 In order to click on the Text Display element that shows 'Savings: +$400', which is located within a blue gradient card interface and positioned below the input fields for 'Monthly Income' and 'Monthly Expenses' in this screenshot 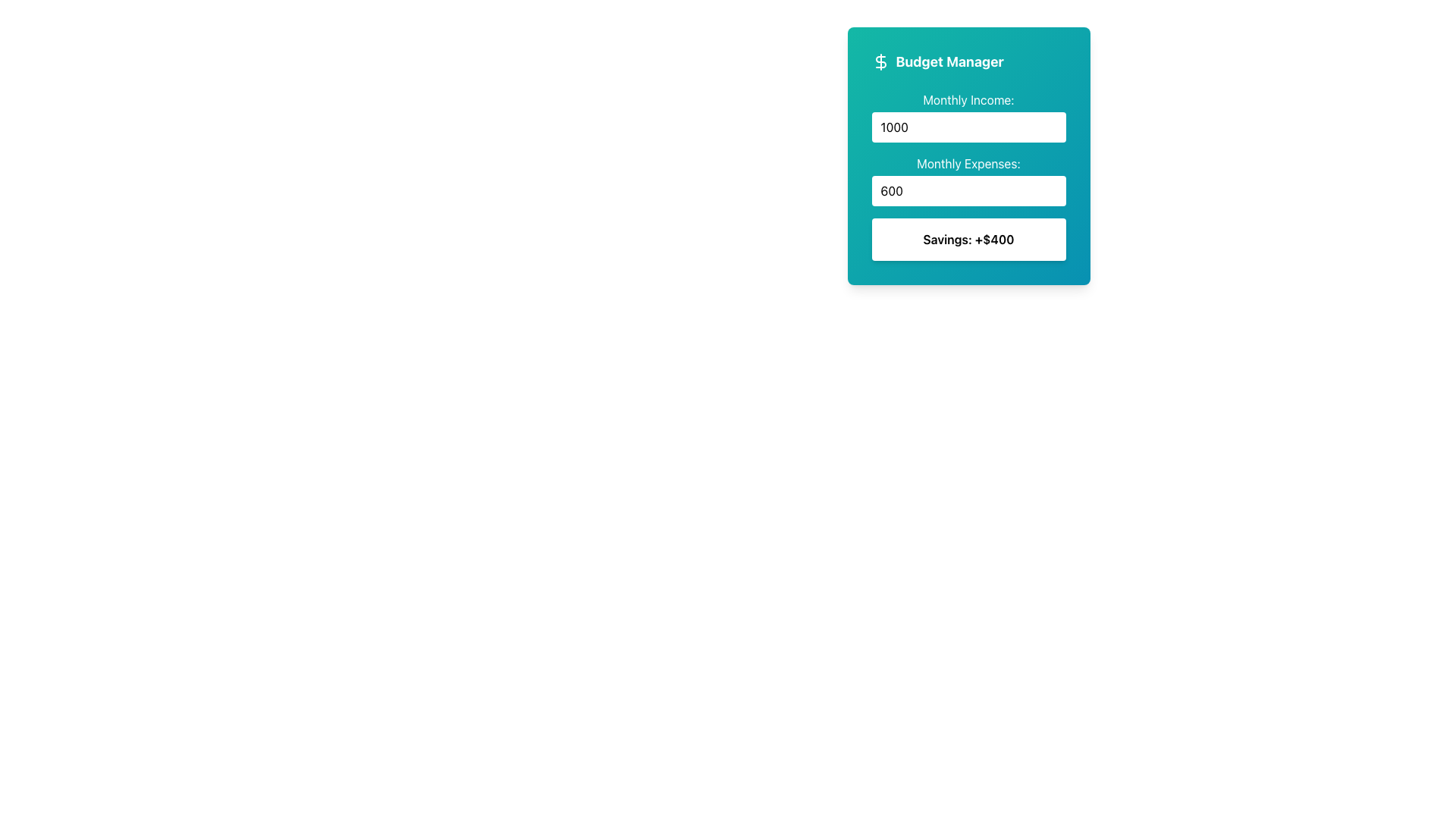, I will do `click(968, 239)`.